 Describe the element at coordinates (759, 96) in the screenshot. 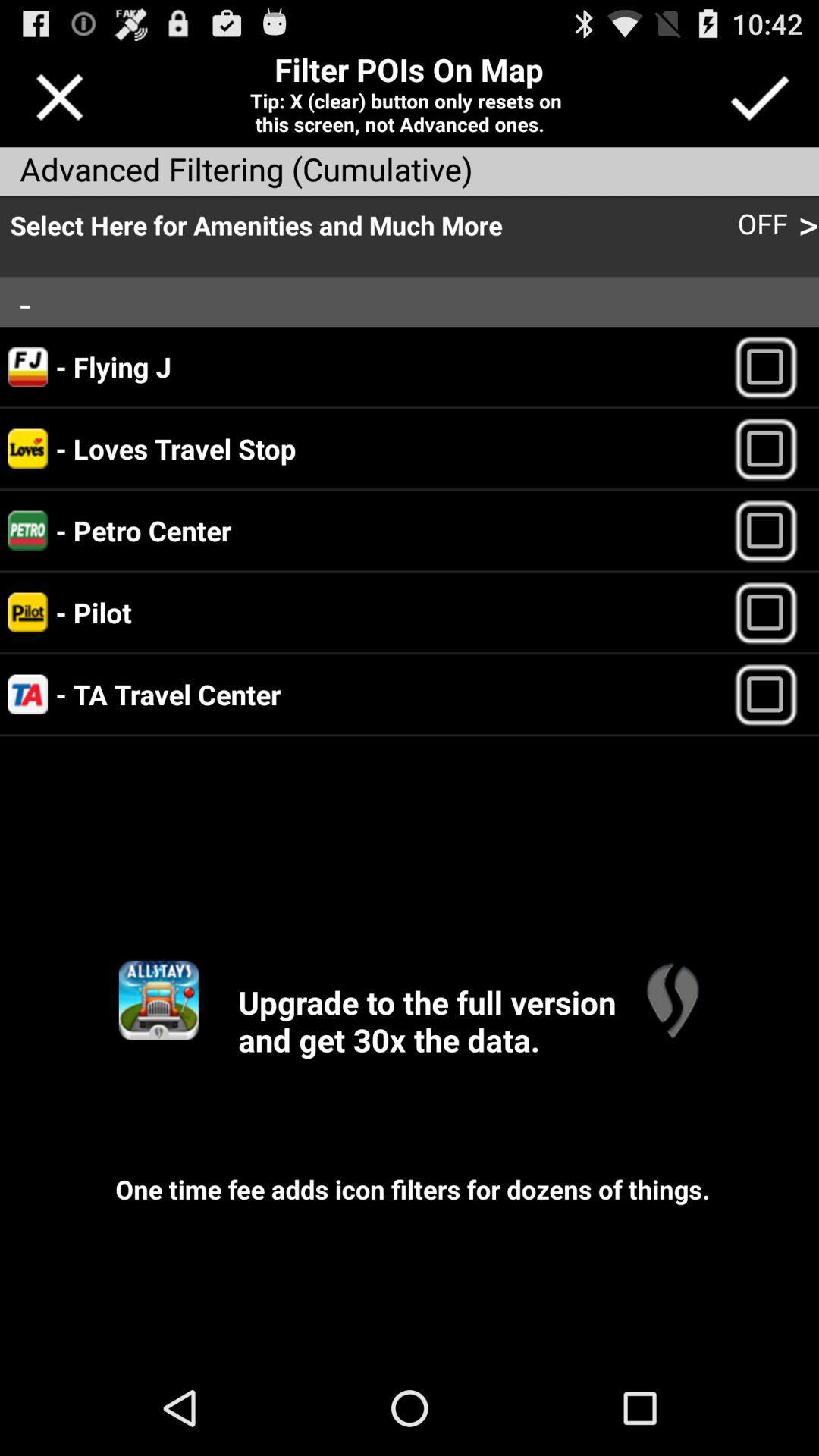

I see `apply filter and proceed` at that location.